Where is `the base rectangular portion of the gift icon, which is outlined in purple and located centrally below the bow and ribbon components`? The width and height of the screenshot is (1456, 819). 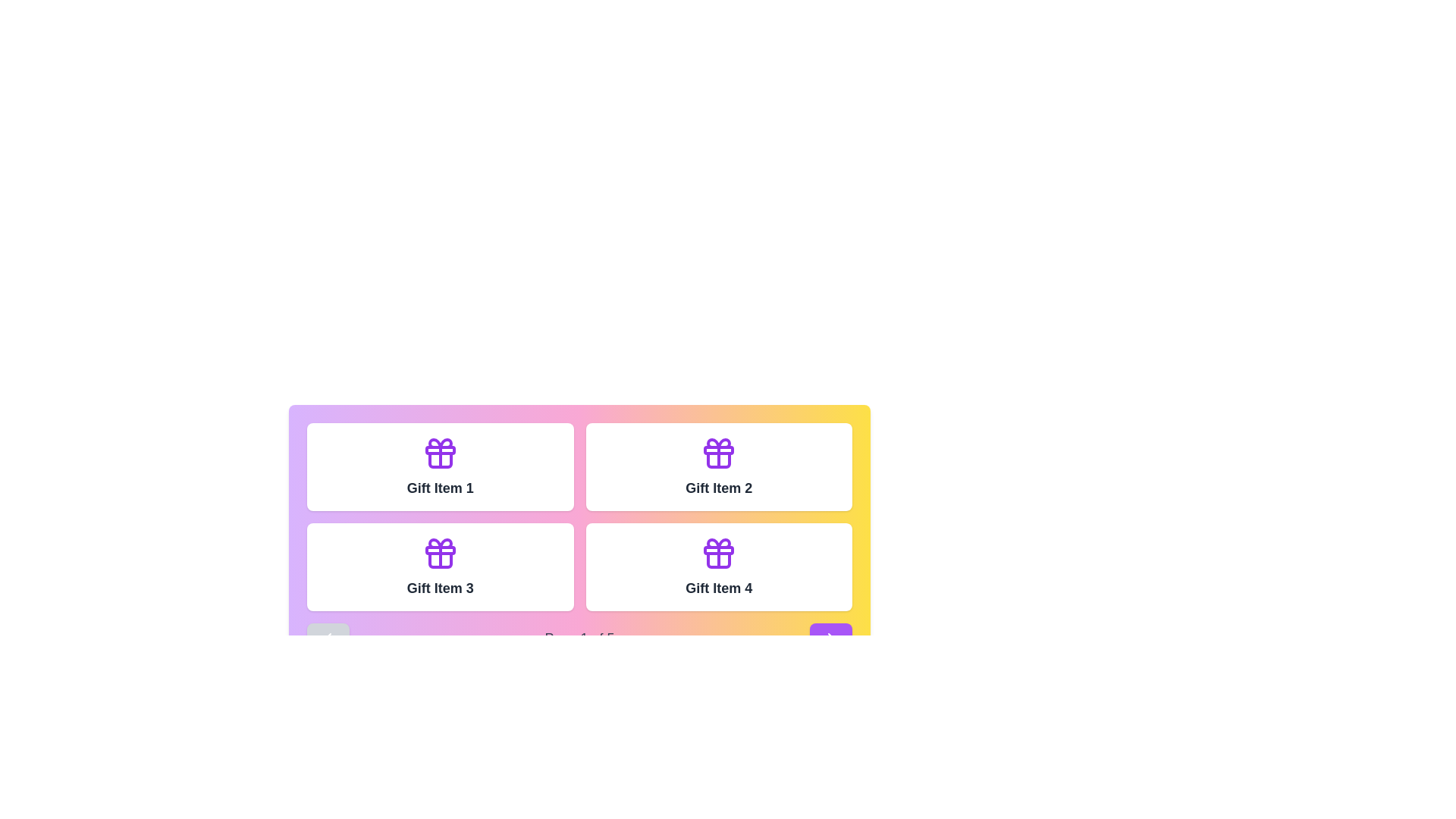 the base rectangular portion of the gift icon, which is outlined in purple and located centrally below the bow and ribbon components is located at coordinates (439, 459).